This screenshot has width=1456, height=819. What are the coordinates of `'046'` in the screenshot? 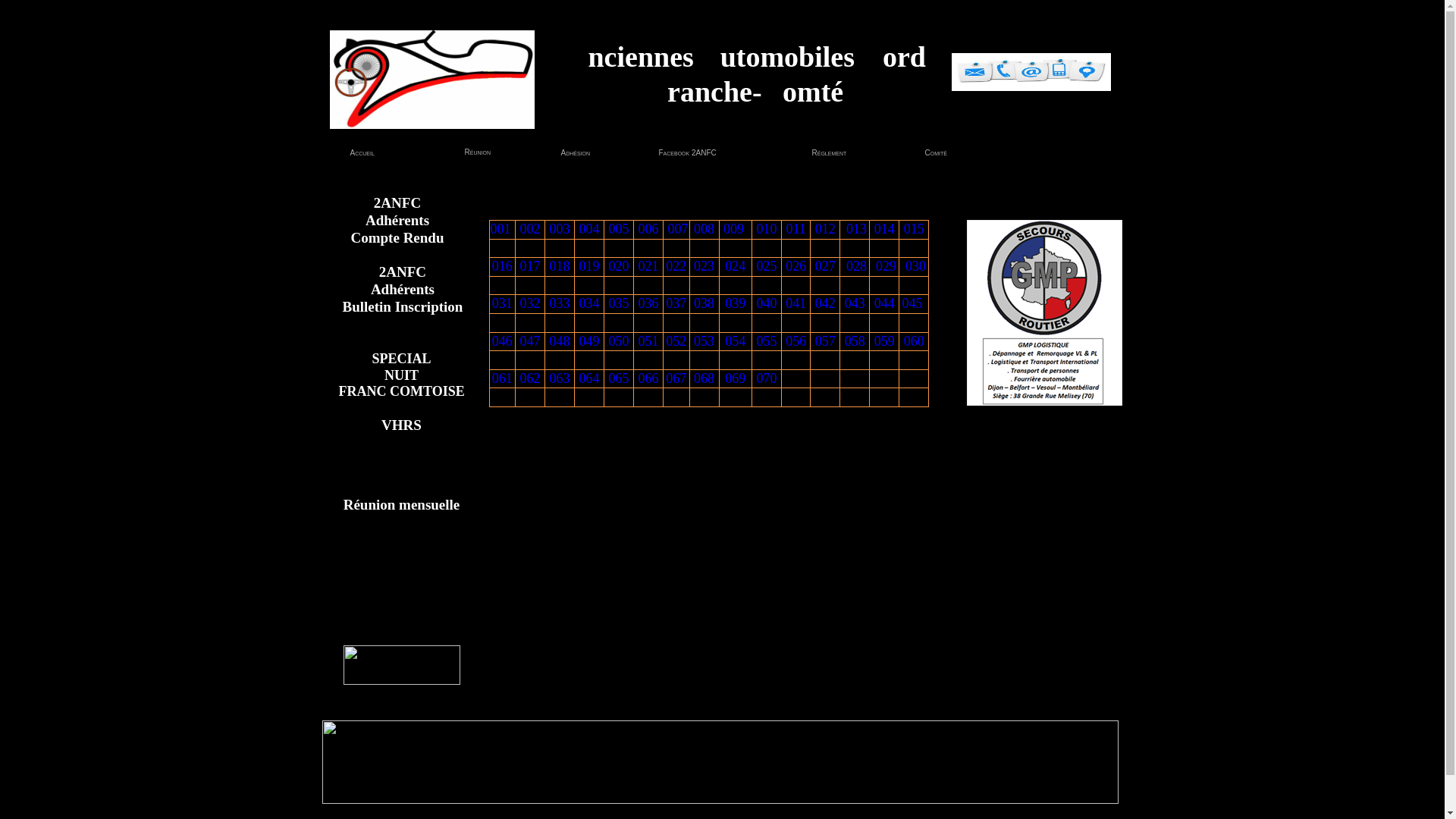 It's located at (502, 341).